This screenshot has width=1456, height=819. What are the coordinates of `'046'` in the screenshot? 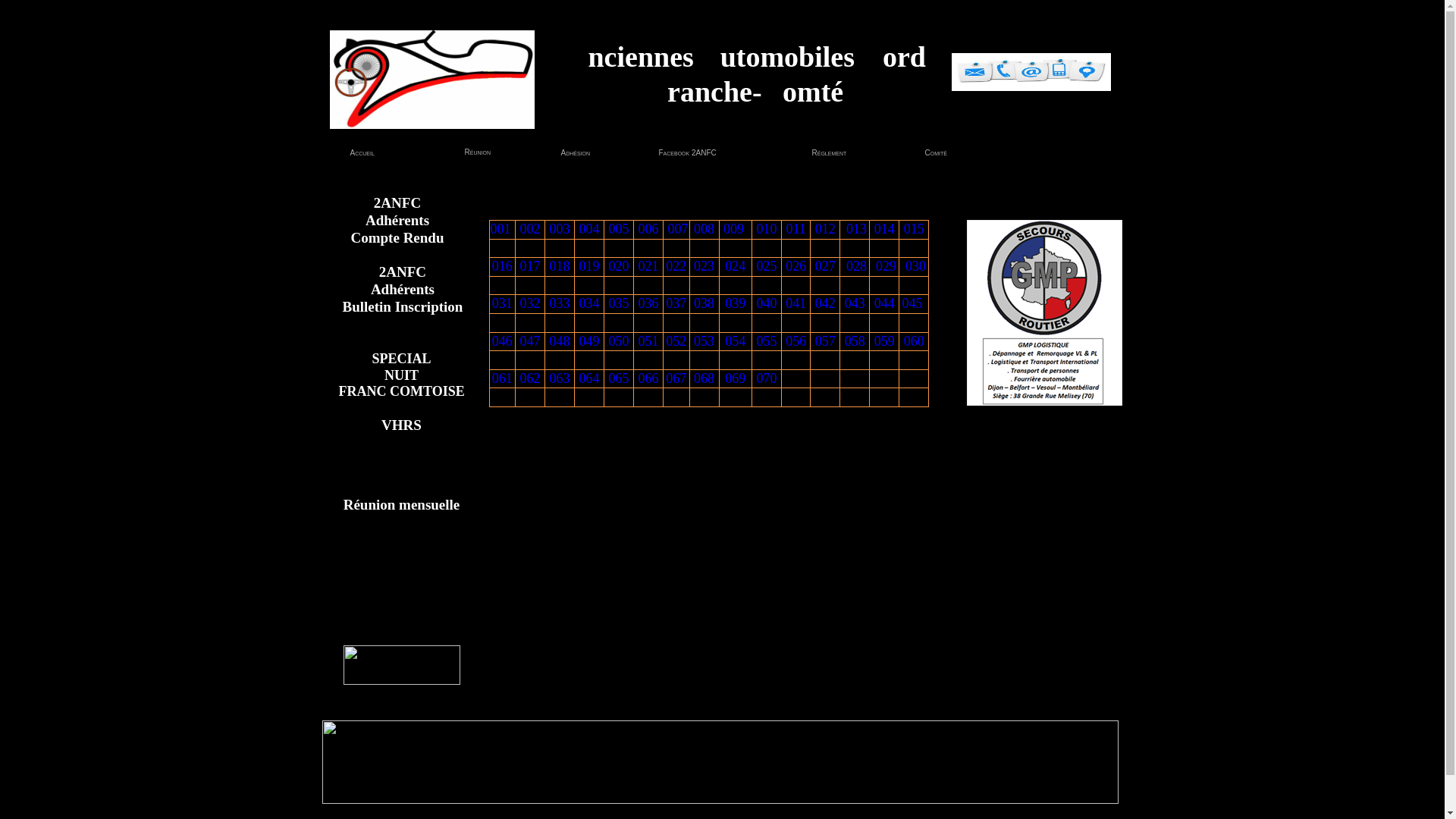 It's located at (502, 341).